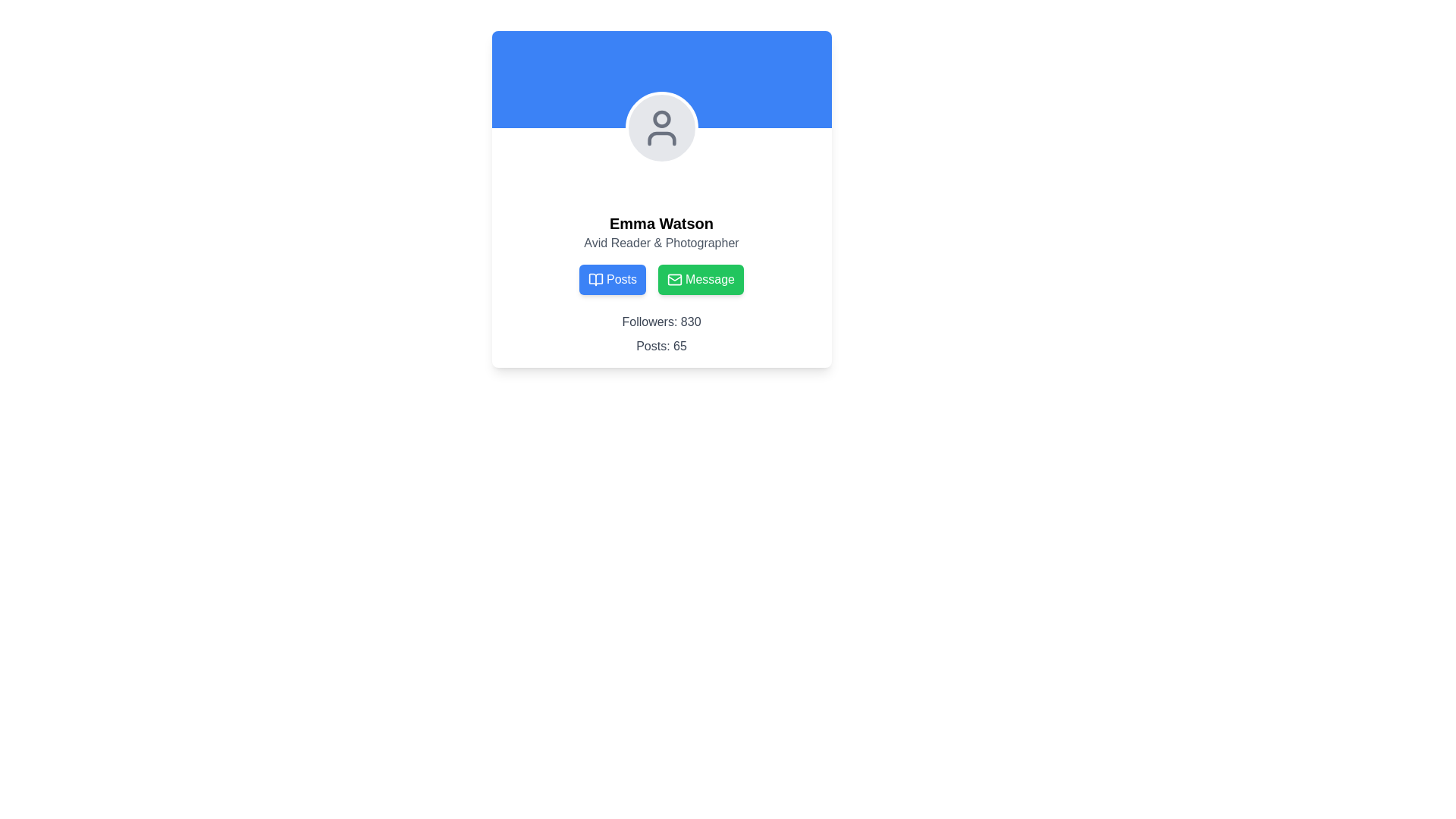 This screenshot has height=819, width=1456. Describe the element at coordinates (661, 284) in the screenshot. I see `the 'Posts' and 'Message' buttons within the Profile Information Section for the individual named 'Emma Watson'` at that location.